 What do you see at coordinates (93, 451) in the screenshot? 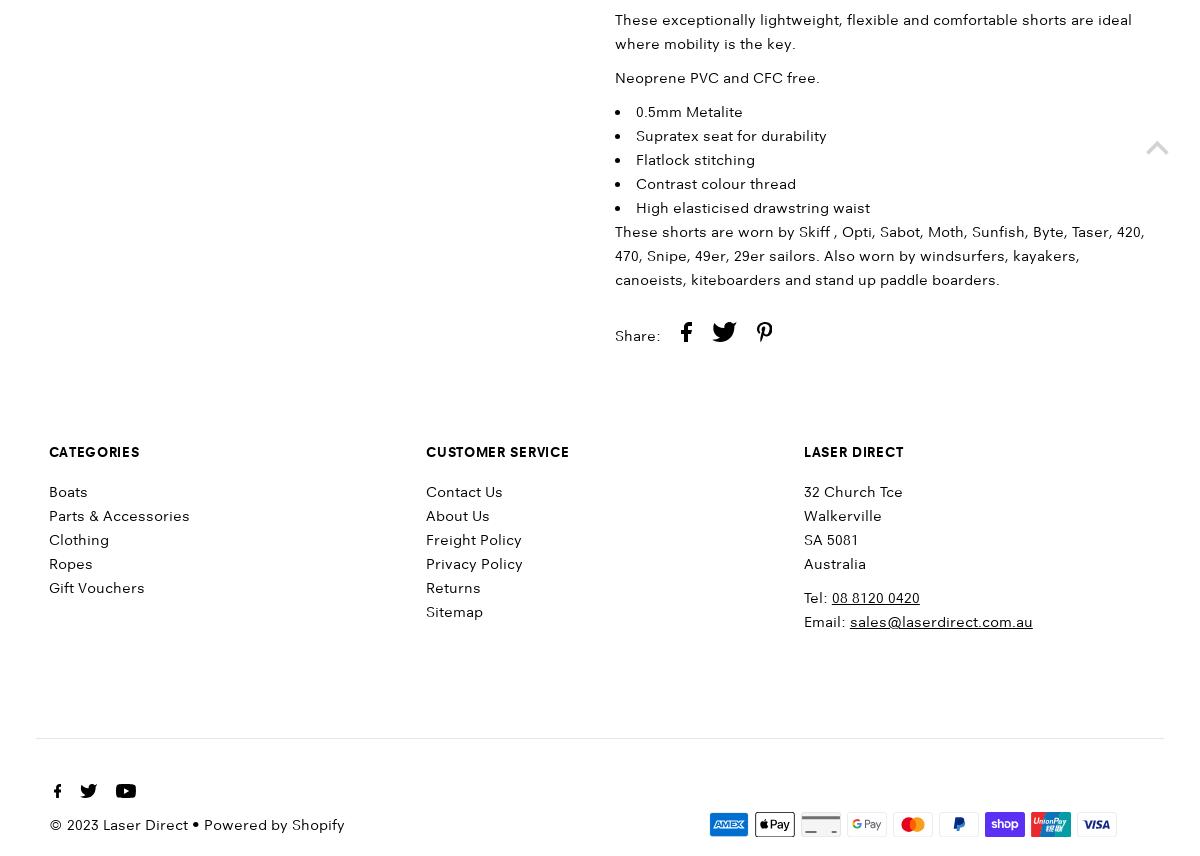
I see `'Categories'` at bounding box center [93, 451].